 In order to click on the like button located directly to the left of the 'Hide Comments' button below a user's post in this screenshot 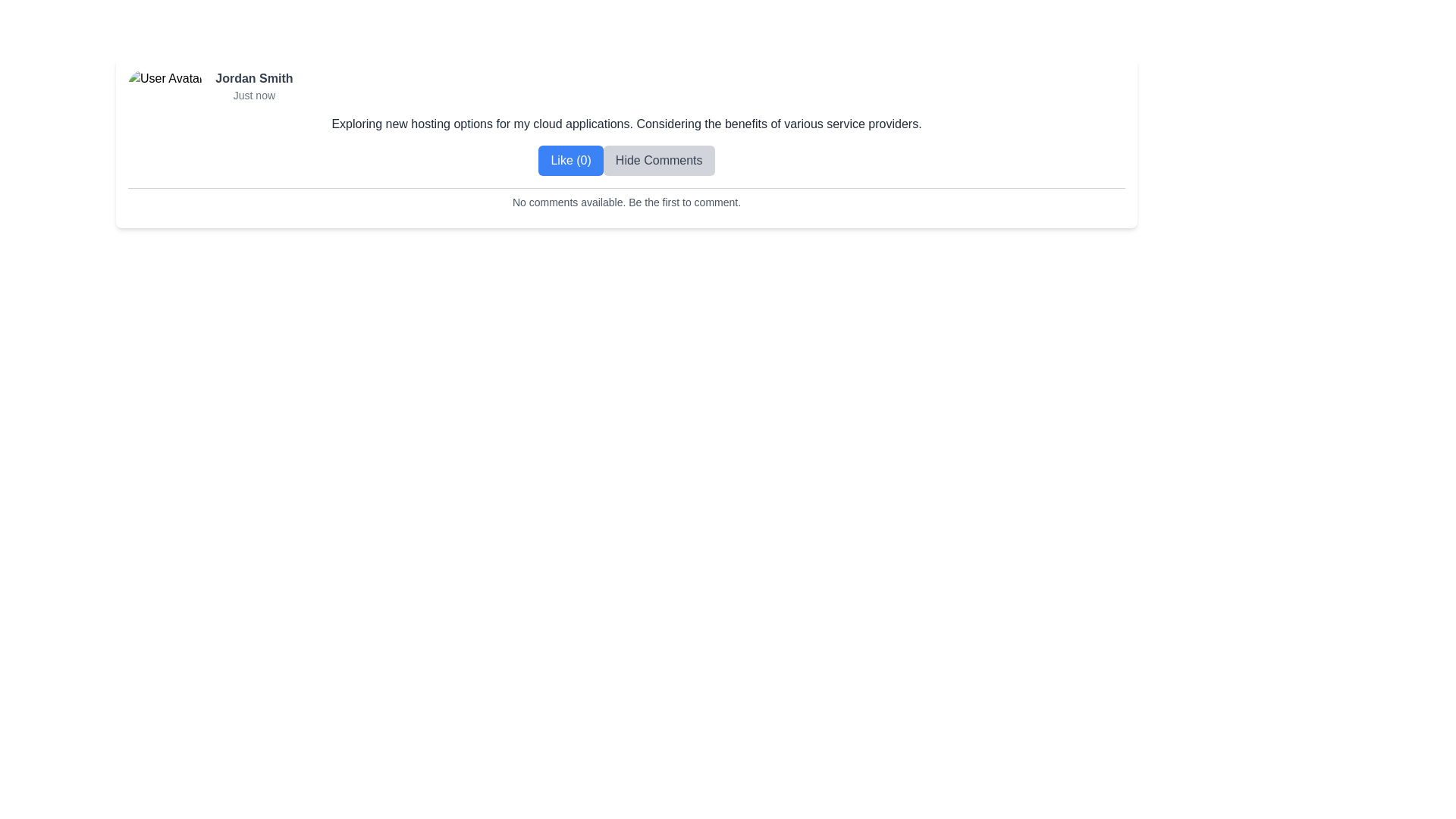, I will do `click(570, 161)`.